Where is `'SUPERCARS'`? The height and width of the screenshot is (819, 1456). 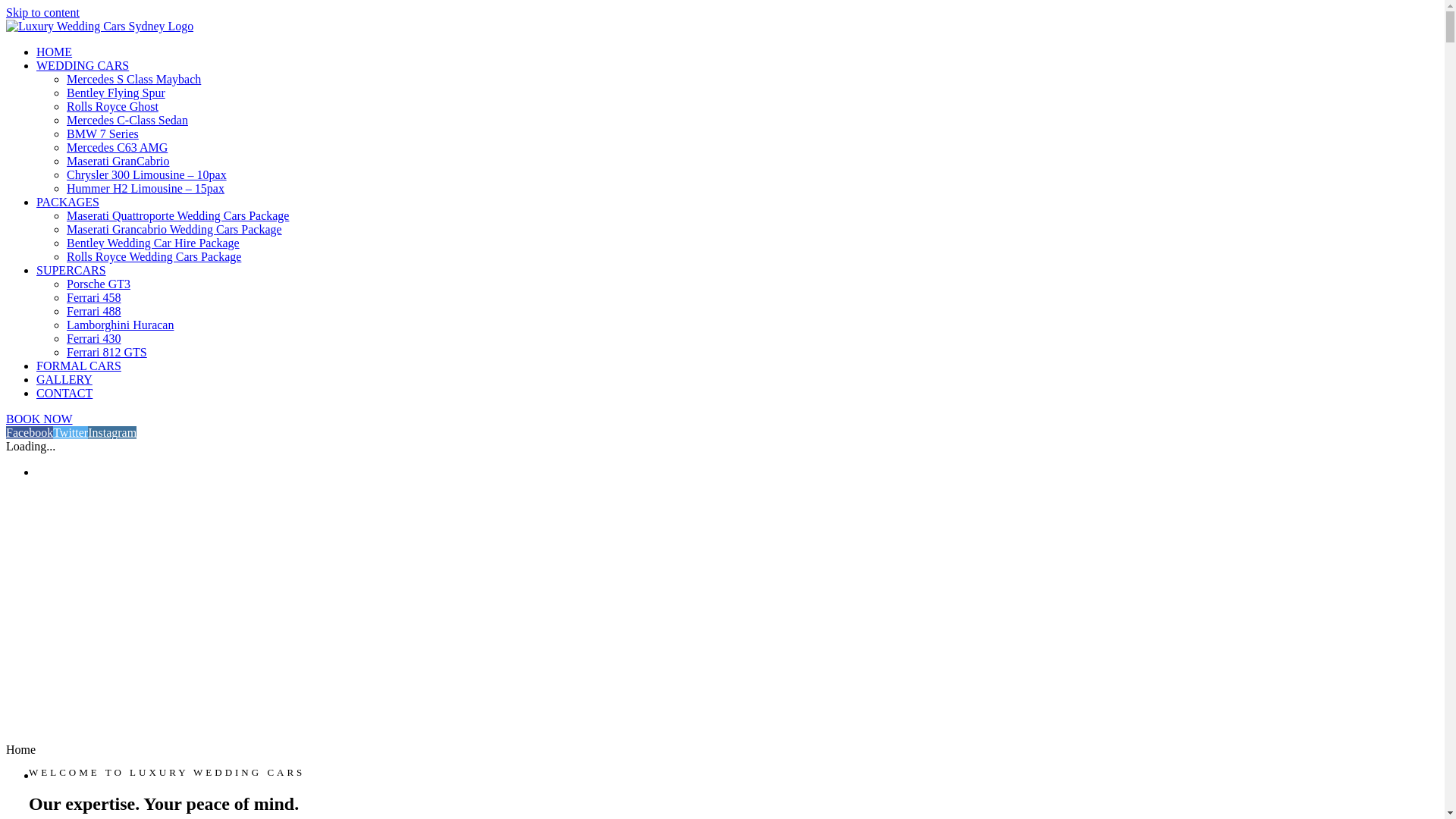
'SUPERCARS' is located at coordinates (71, 269).